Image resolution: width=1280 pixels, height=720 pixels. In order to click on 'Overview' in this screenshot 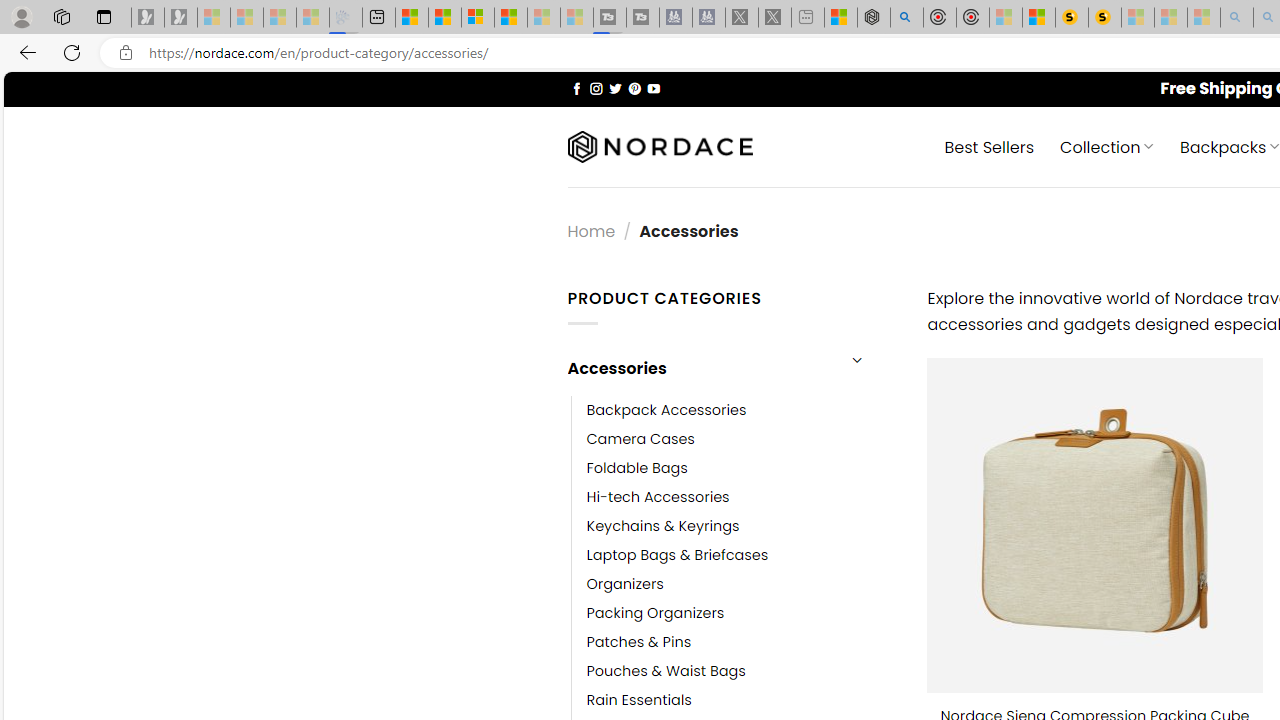, I will do `click(477, 17)`.